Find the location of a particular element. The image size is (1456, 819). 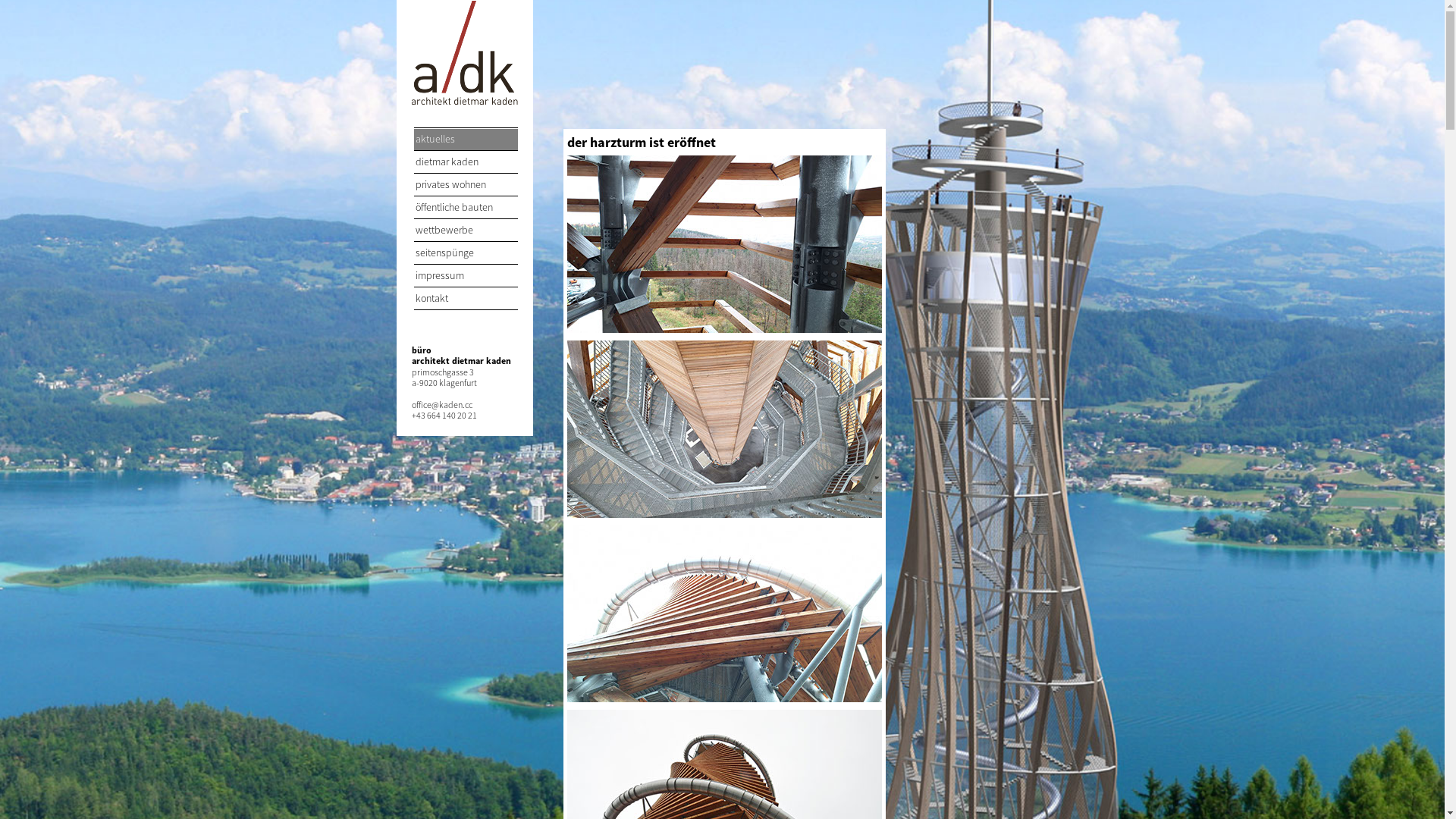

'impressum' is located at coordinates (465, 276).